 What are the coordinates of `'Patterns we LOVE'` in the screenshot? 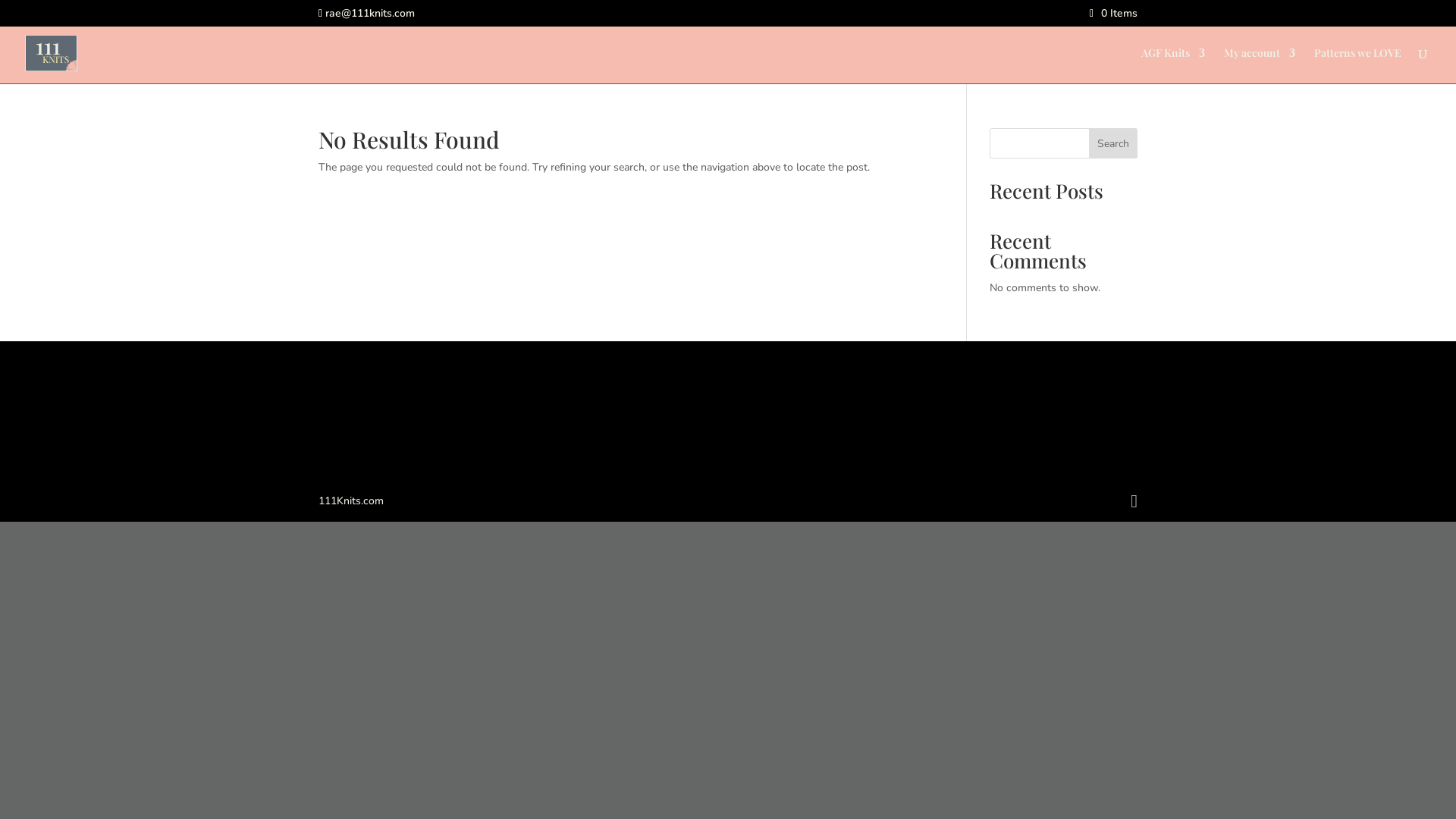 It's located at (1357, 64).